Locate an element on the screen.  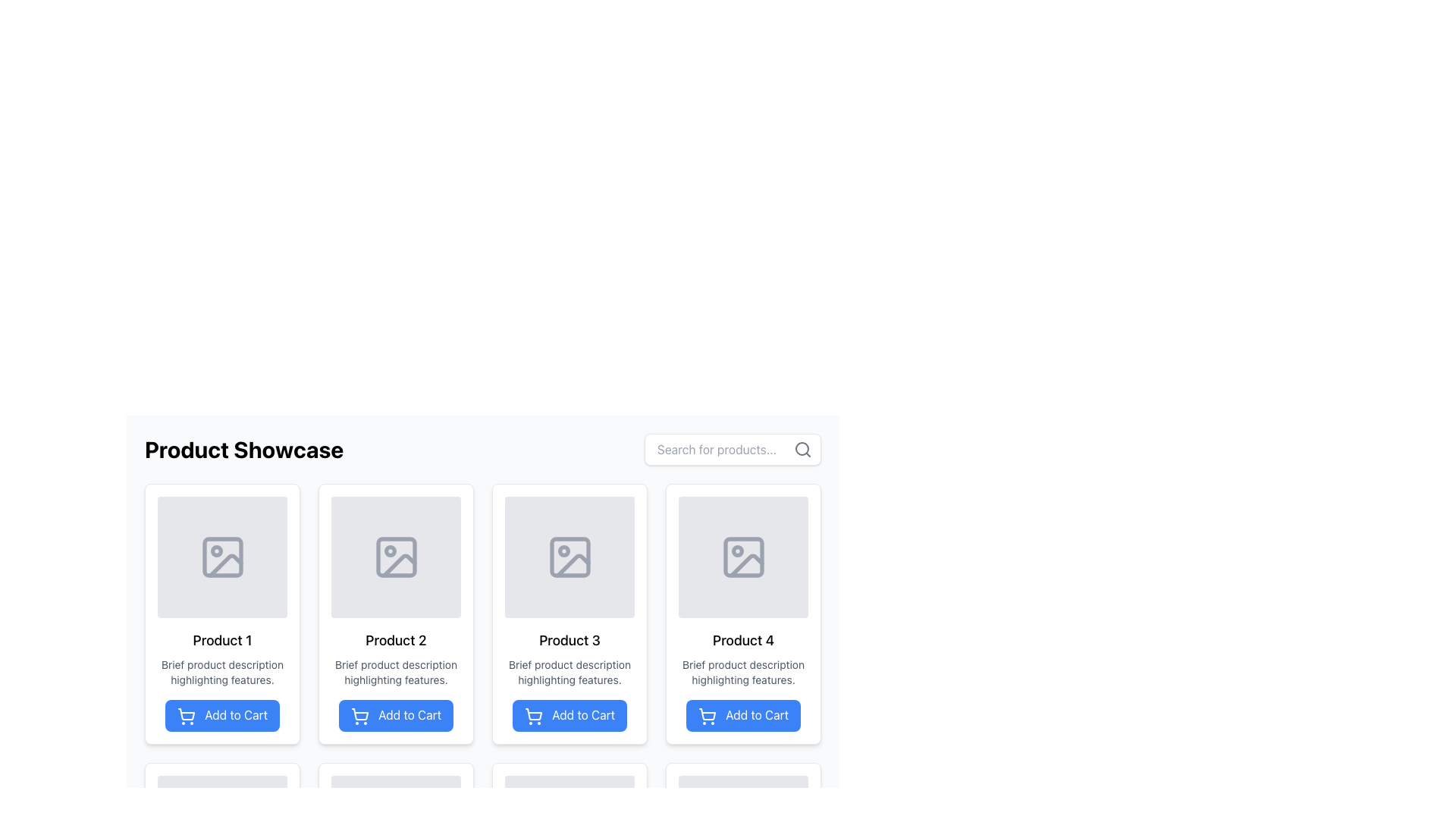
the text element displaying 'Brief product description highlighting features.' which is located beneath the title 'Product 2' and above the 'Add to Cart' button is located at coordinates (396, 672).